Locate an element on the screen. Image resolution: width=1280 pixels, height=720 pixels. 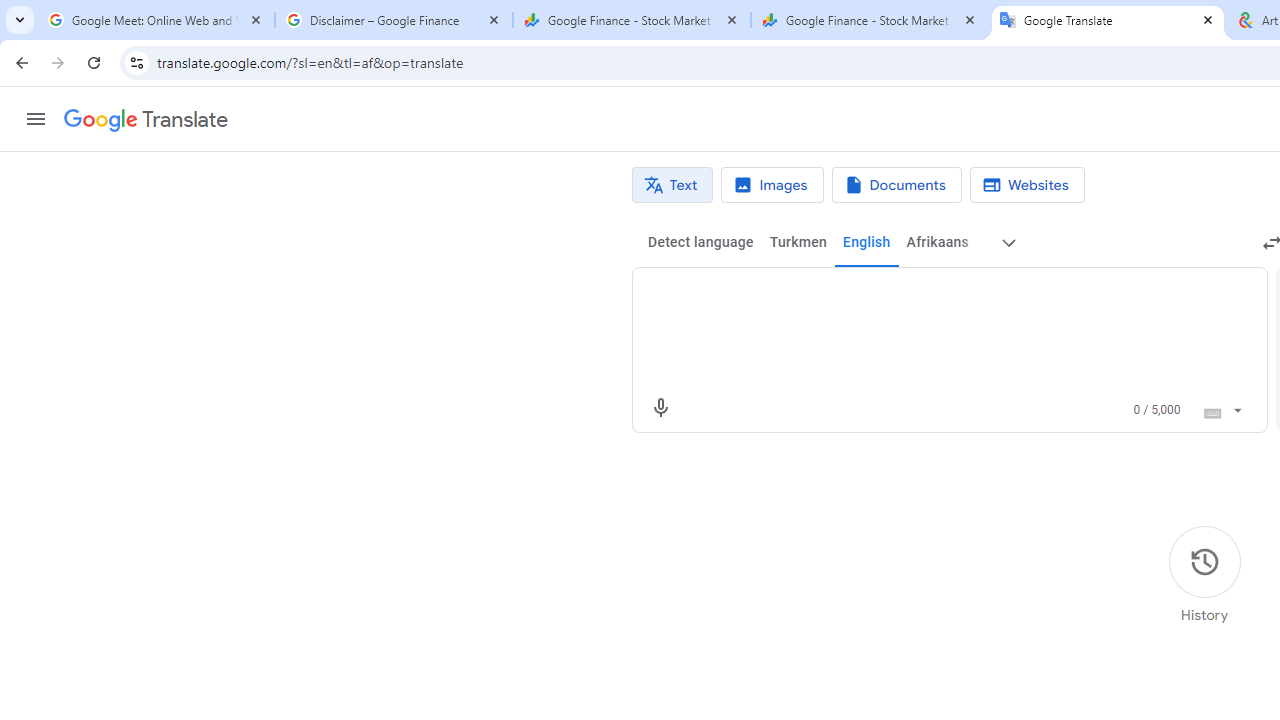
'Website translation' is located at coordinates (1027, 185).